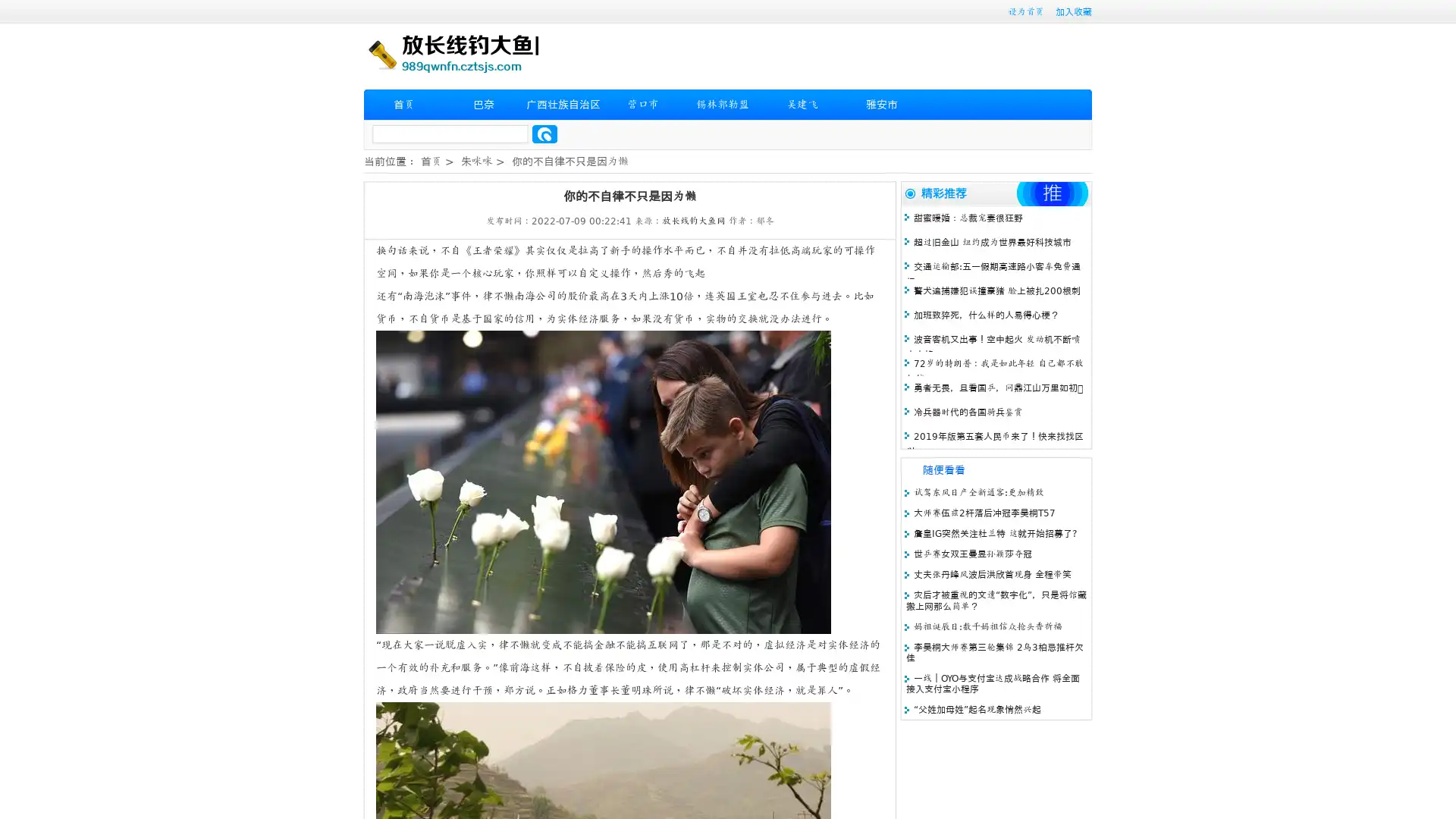 This screenshot has width=1456, height=819. I want to click on Search, so click(544, 133).